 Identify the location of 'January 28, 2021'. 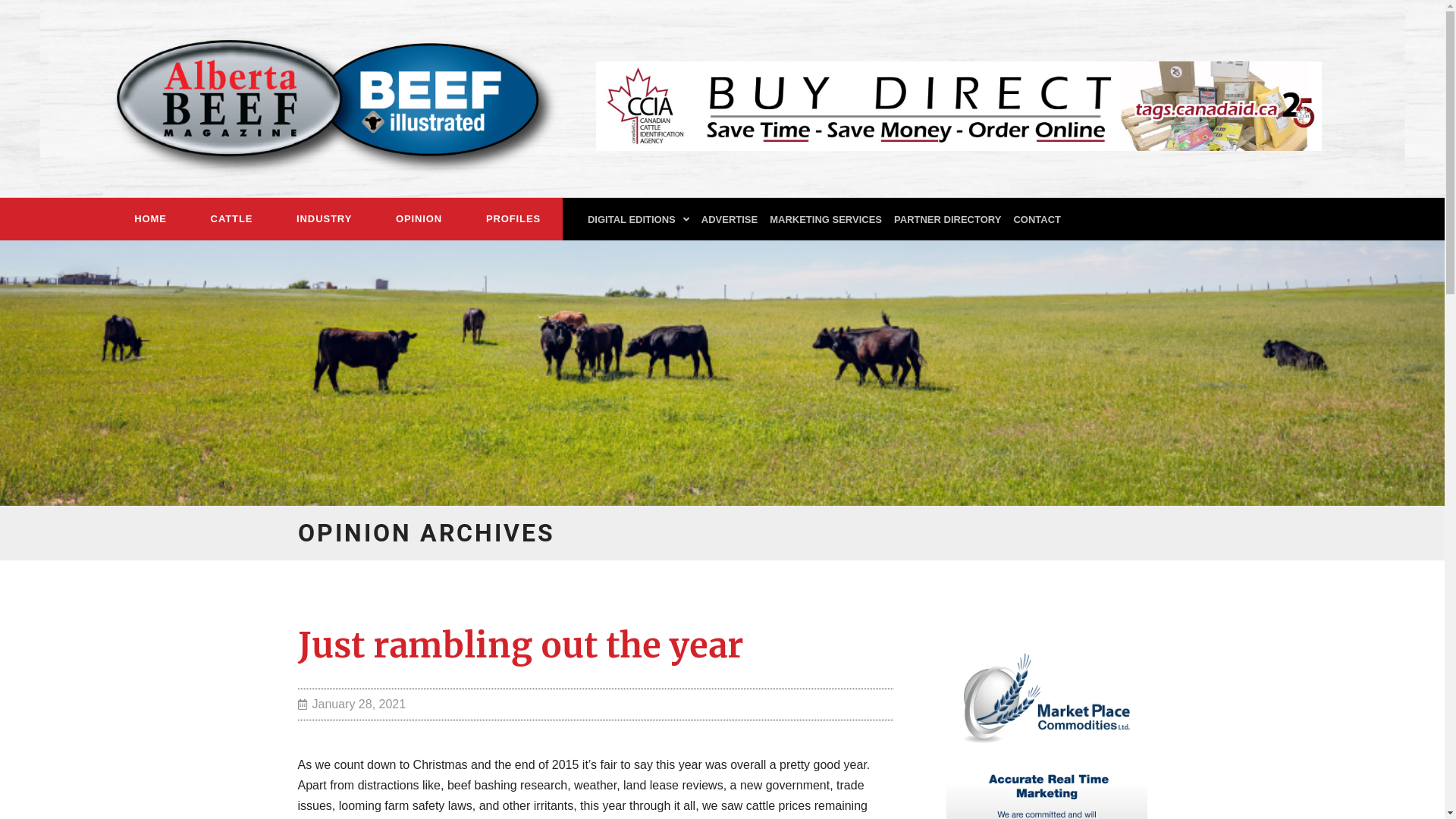
(350, 704).